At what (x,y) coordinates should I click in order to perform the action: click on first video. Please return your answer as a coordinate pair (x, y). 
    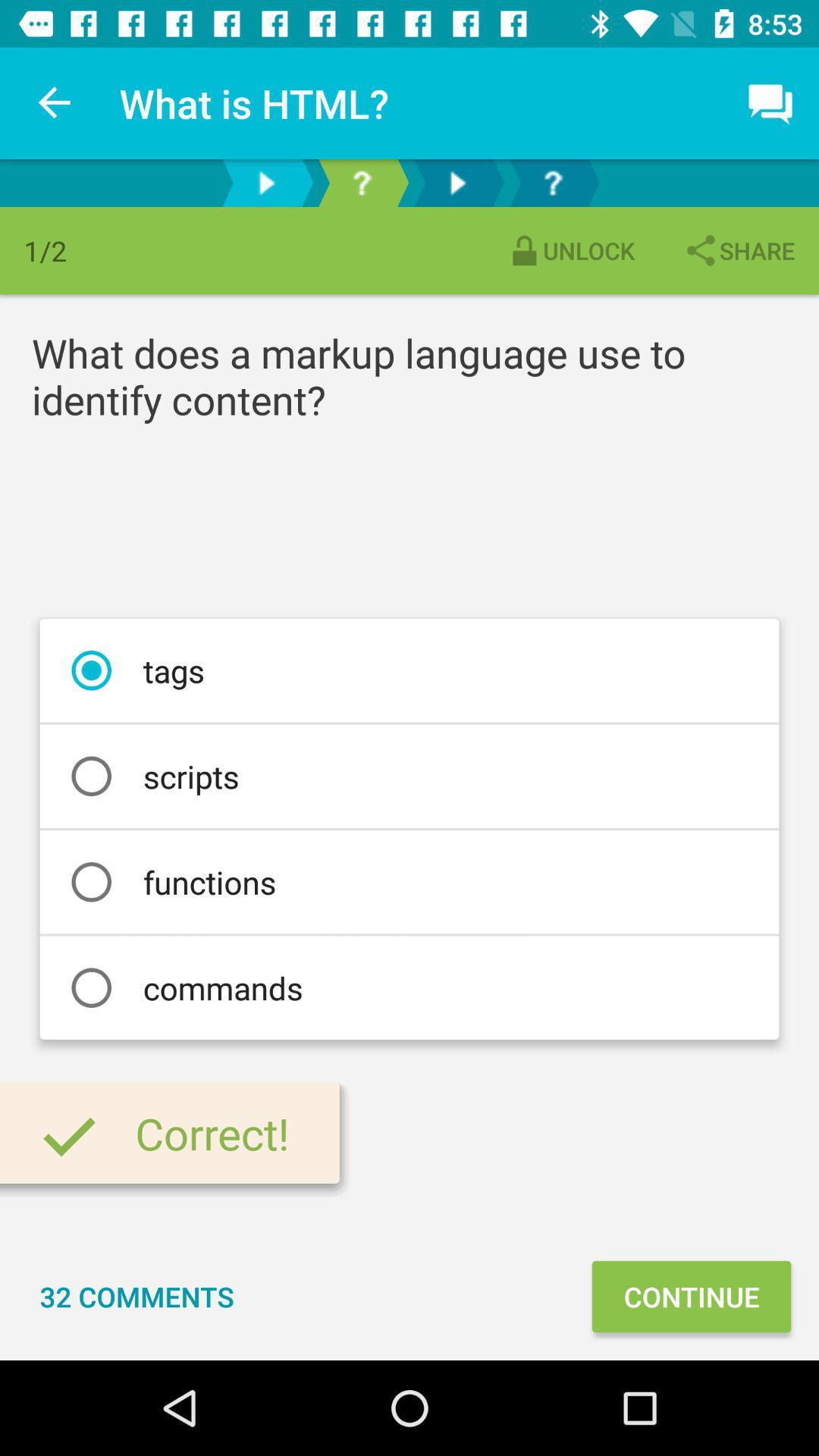
    Looking at the image, I should click on (265, 182).